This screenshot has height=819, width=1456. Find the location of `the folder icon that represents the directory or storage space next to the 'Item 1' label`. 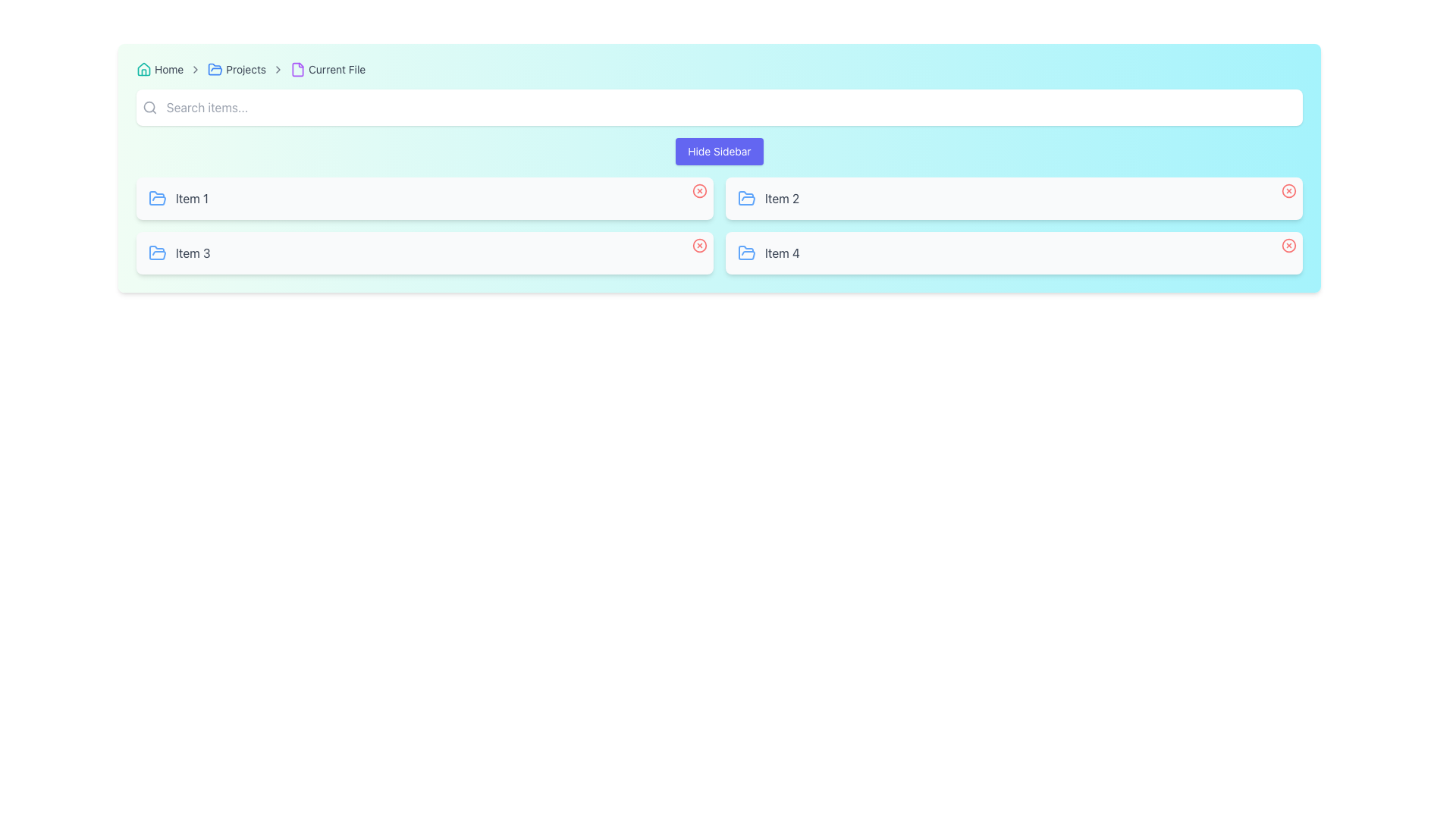

the folder icon that represents the directory or storage space next to the 'Item 1' label is located at coordinates (157, 198).